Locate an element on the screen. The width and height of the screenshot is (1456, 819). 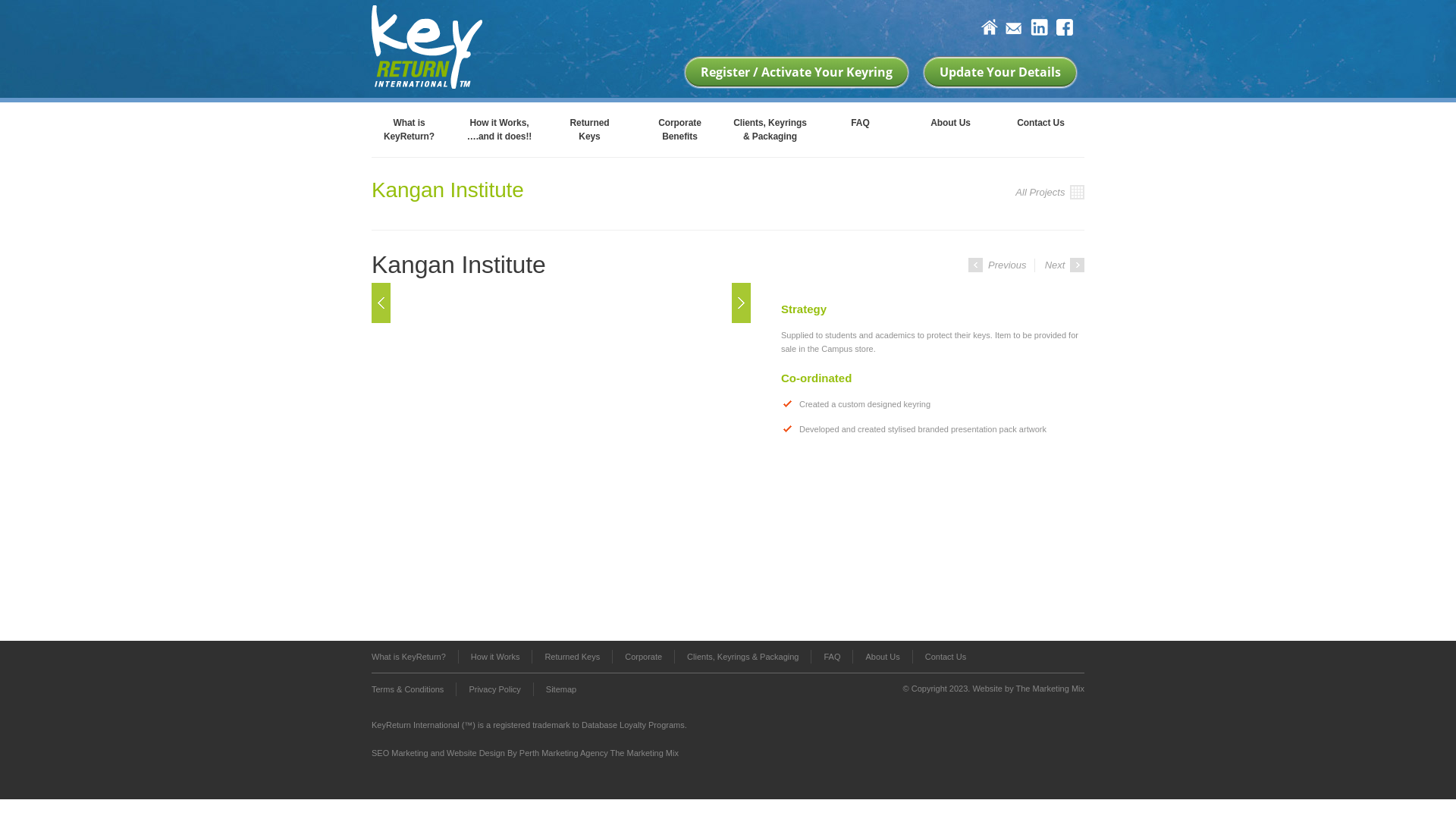
'FAQ' is located at coordinates (860, 127).